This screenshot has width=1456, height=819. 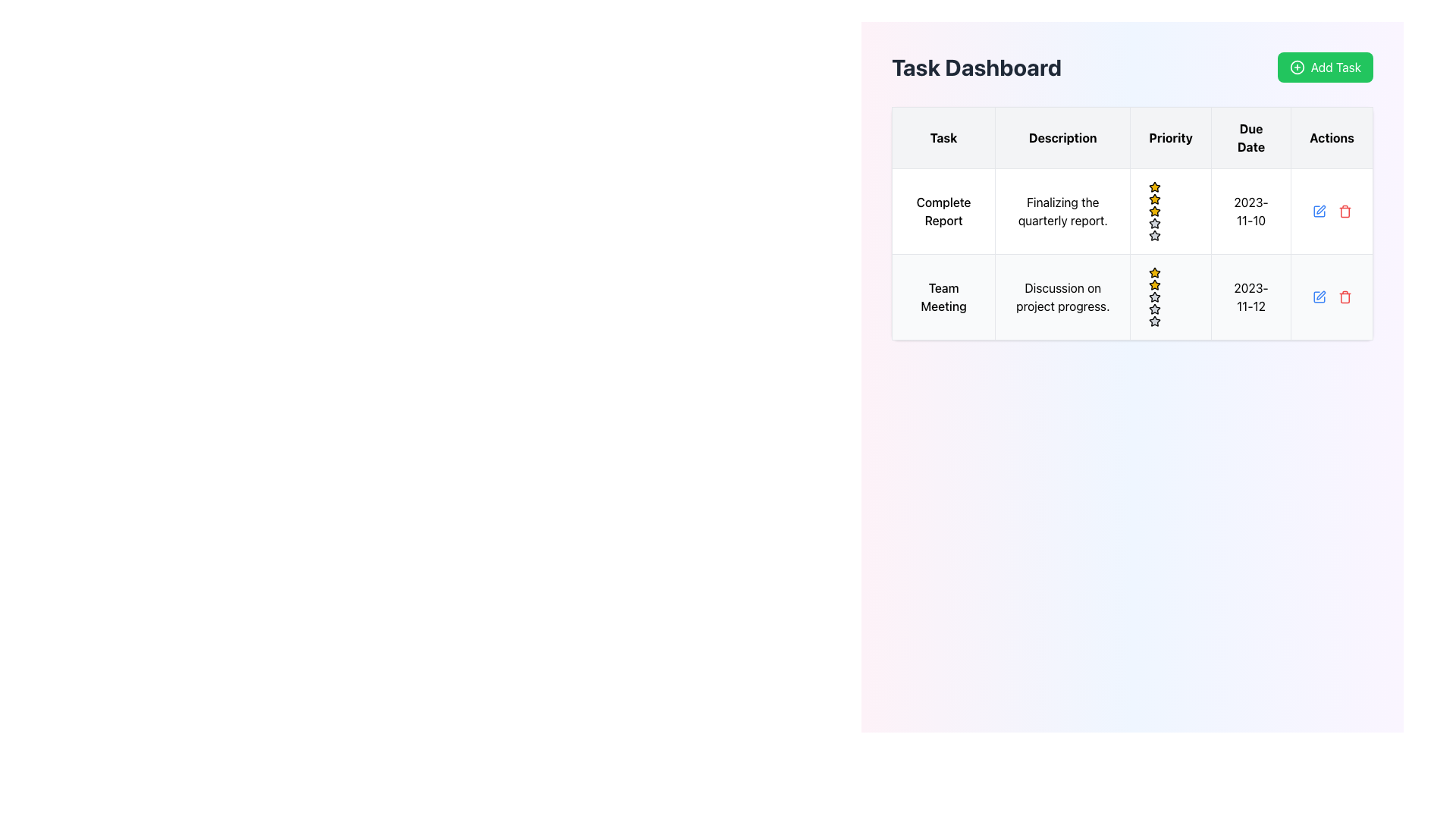 What do you see at coordinates (1154, 284) in the screenshot?
I see `the visual state of the star icon element indicating priority for the 'Team Meeting' task entry in the 'Priority' column of the 'Task Dashboard'` at bounding box center [1154, 284].